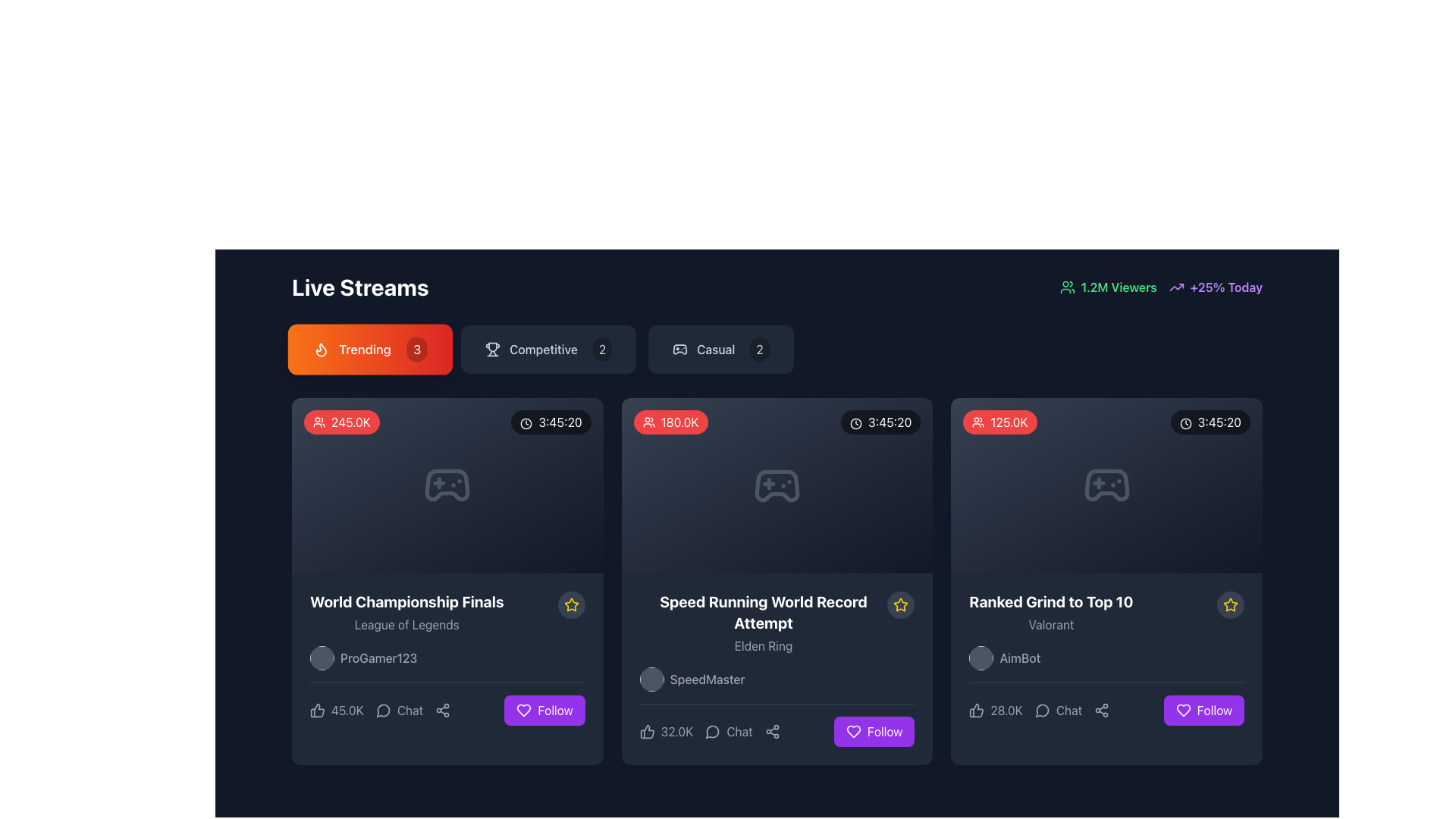 The image size is (1456, 819). I want to click on the badge displaying the number '2' in white on a black background located in the 'Casual' section, so click(760, 350).